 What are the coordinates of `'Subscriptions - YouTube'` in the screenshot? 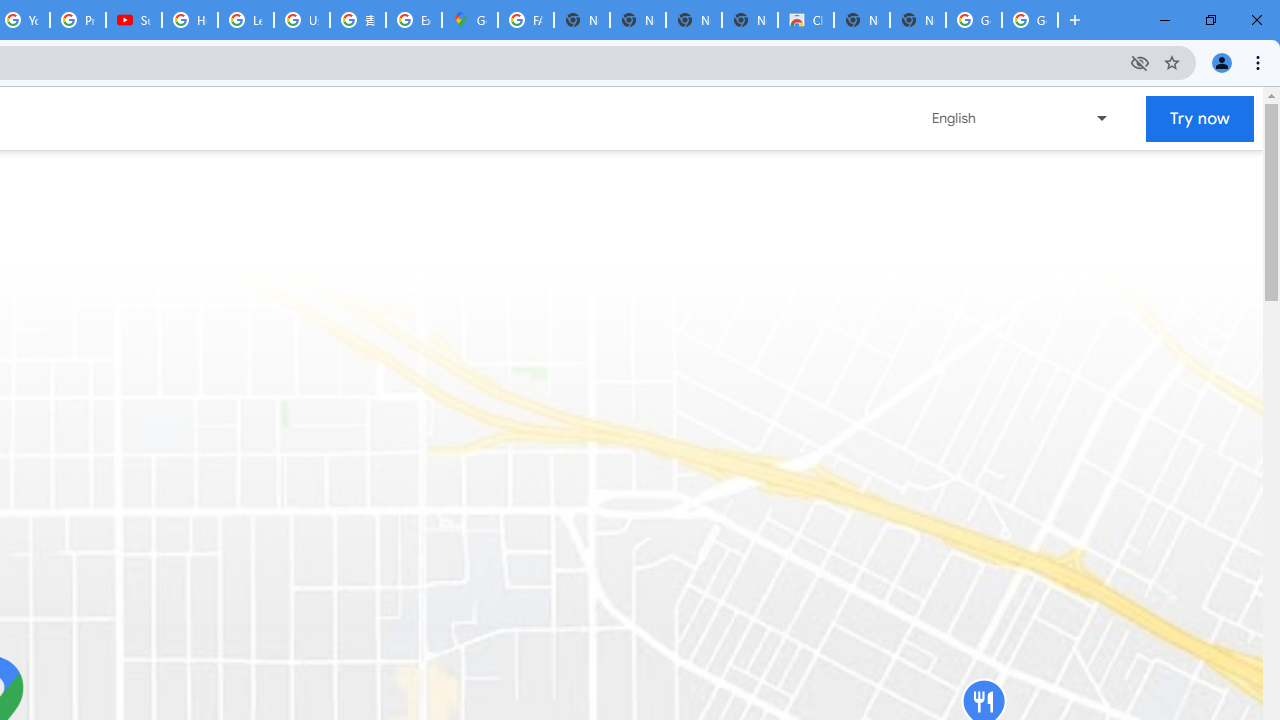 It's located at (133, 20).